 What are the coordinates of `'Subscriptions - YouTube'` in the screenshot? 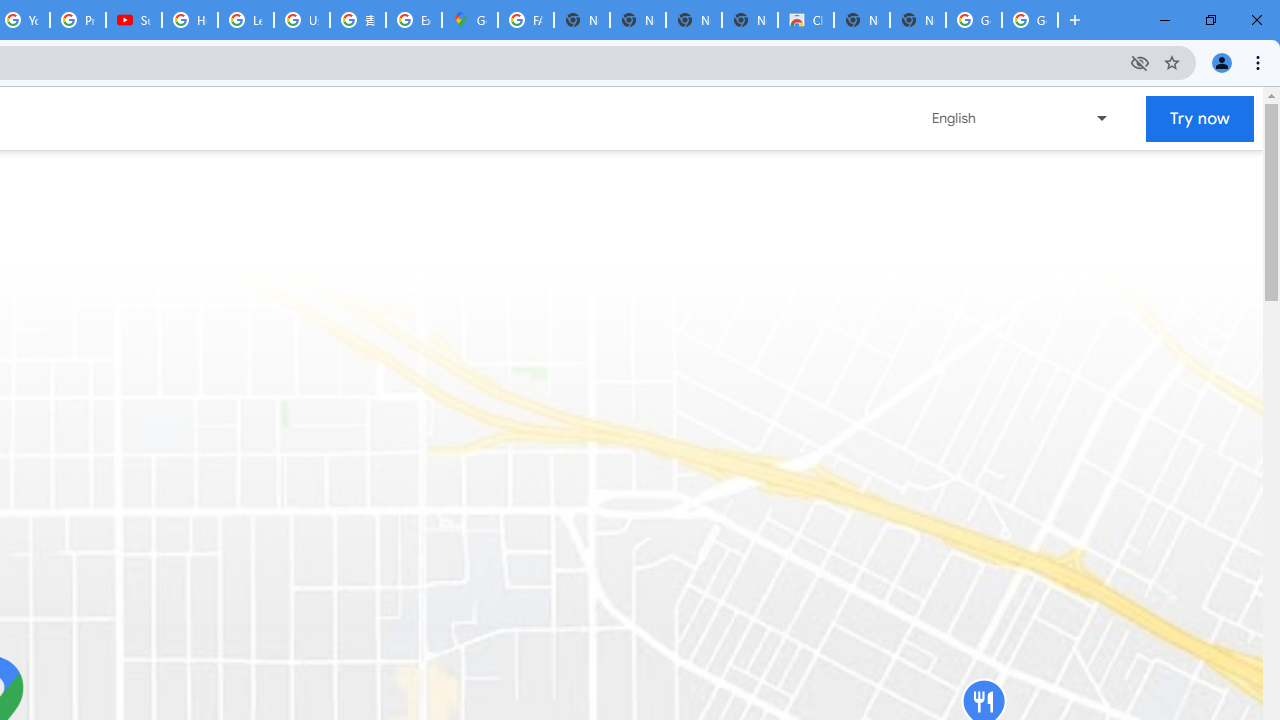 It's located at (133, 20).